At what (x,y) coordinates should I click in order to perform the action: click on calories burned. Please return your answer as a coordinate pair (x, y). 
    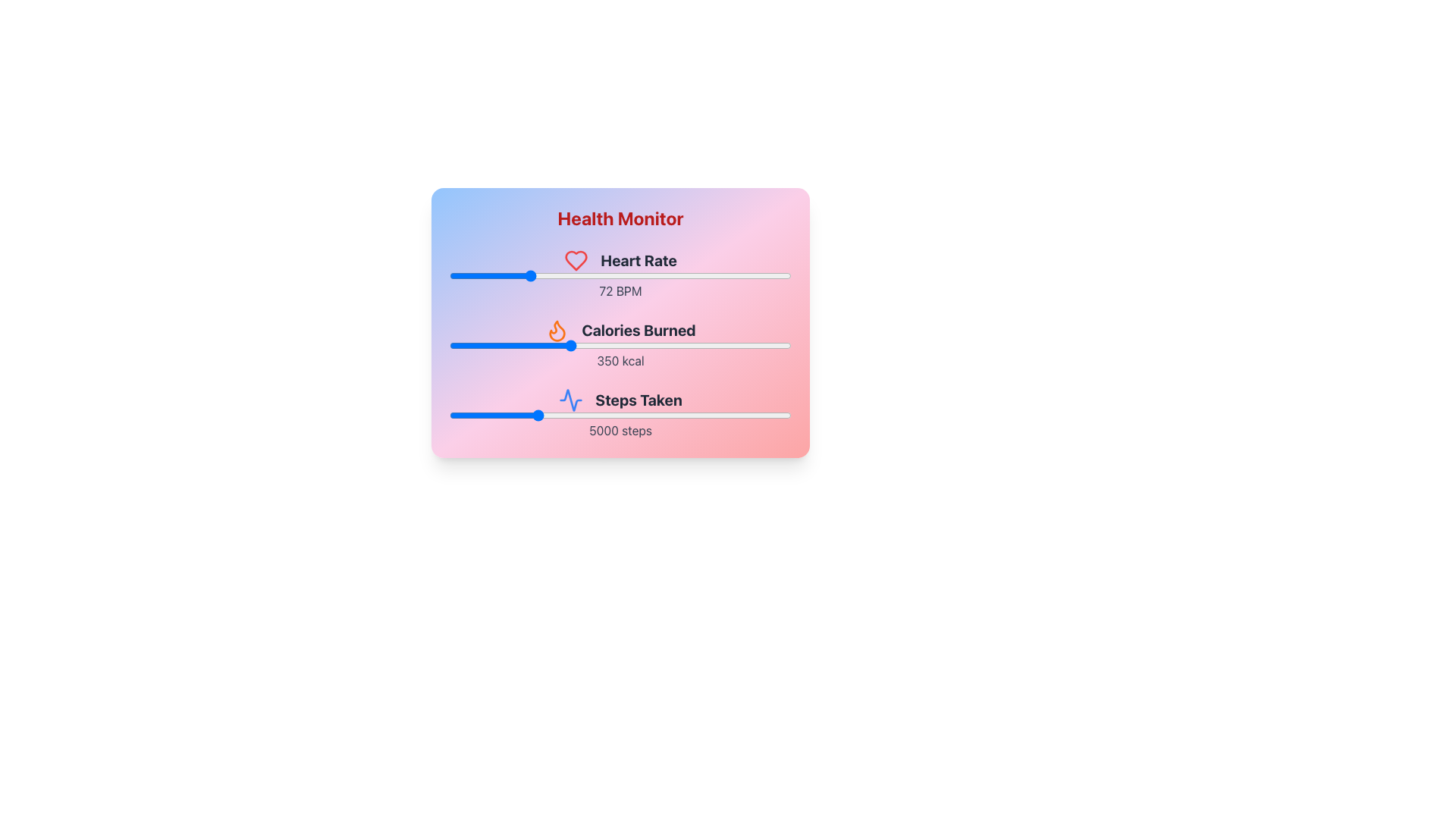
    Looking at the image, I should click on (731, 345).